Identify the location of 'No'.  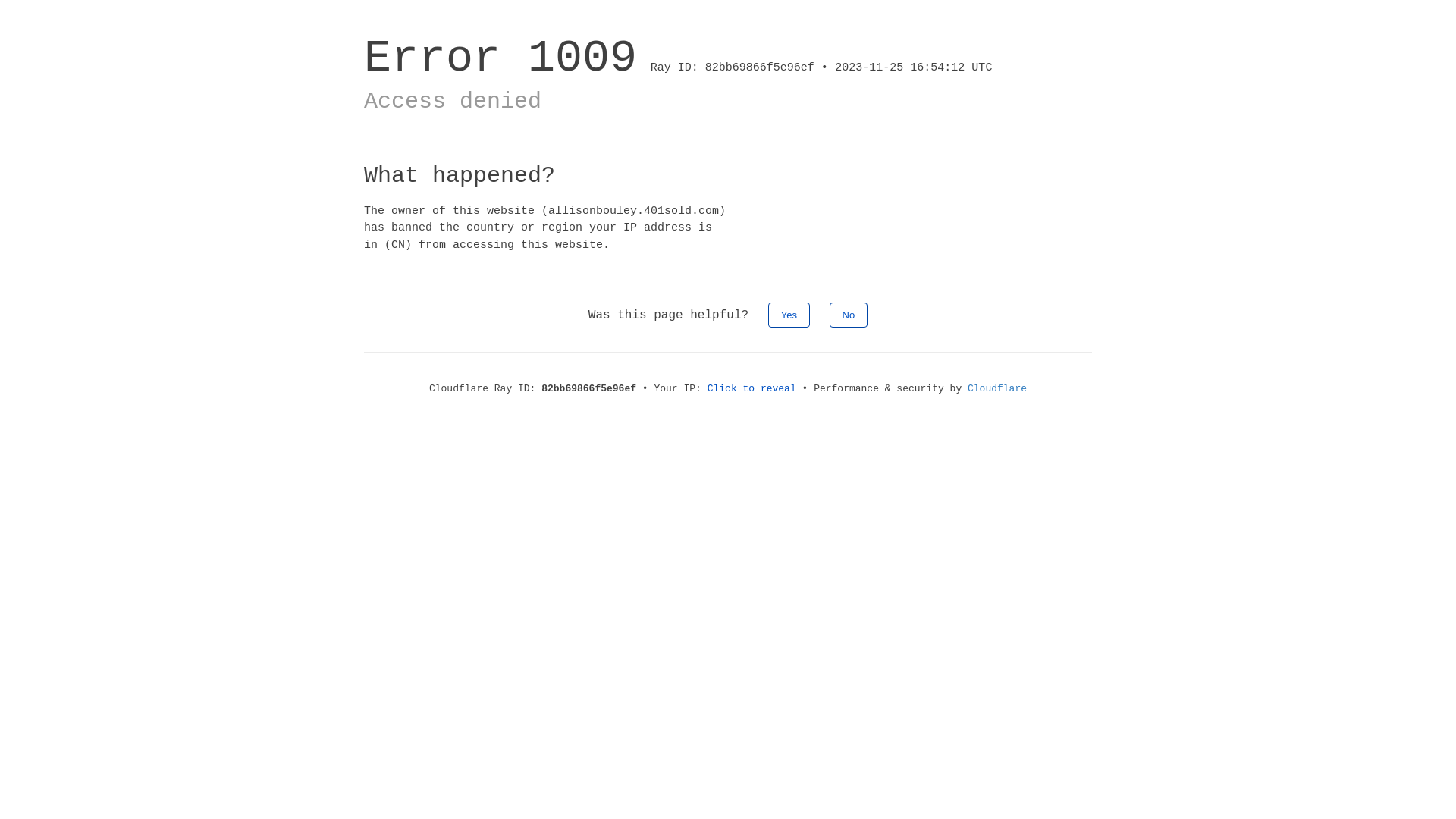
(848, 314).